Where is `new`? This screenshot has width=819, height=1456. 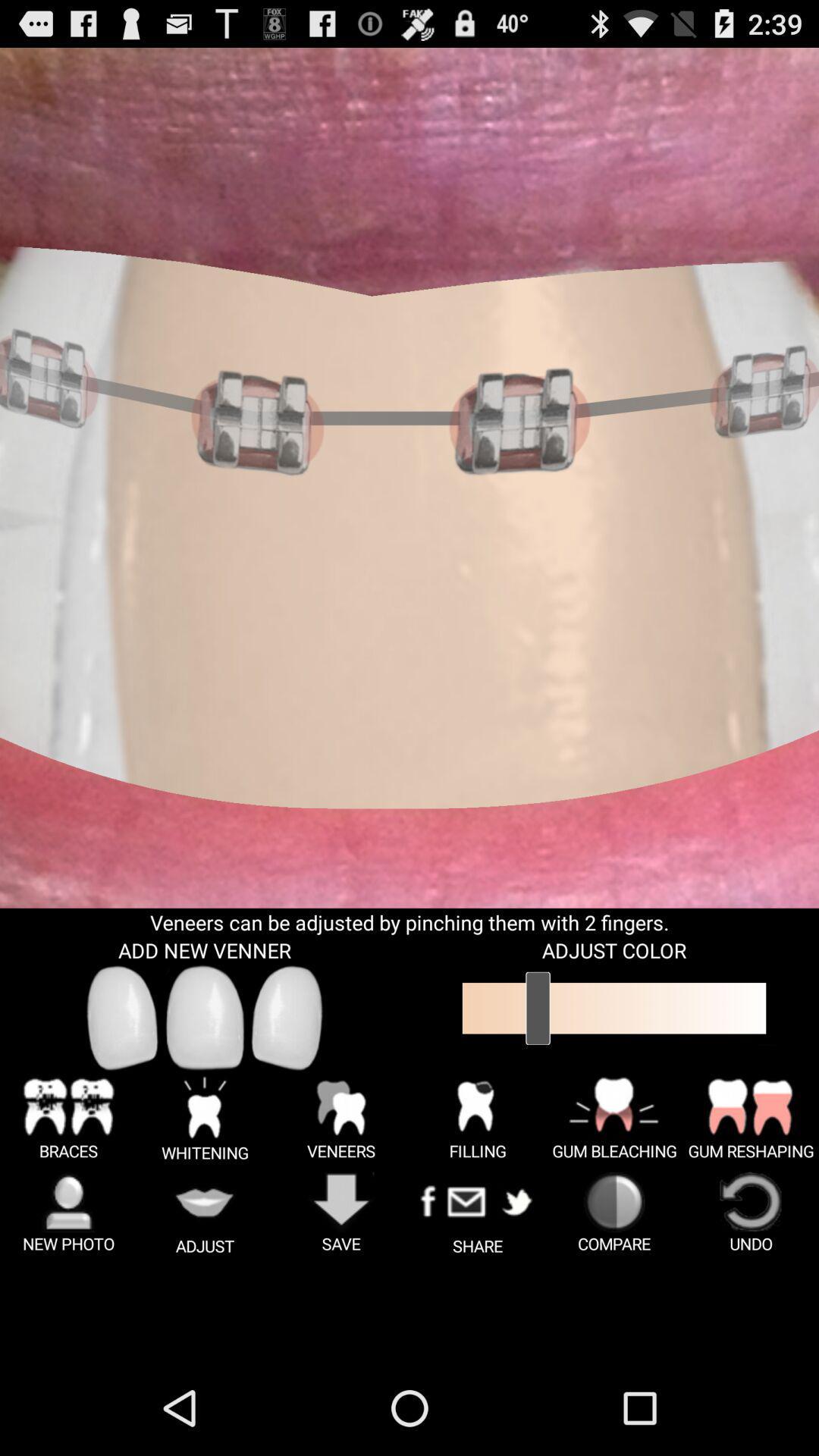 new is located at coordinates (287, 1017).